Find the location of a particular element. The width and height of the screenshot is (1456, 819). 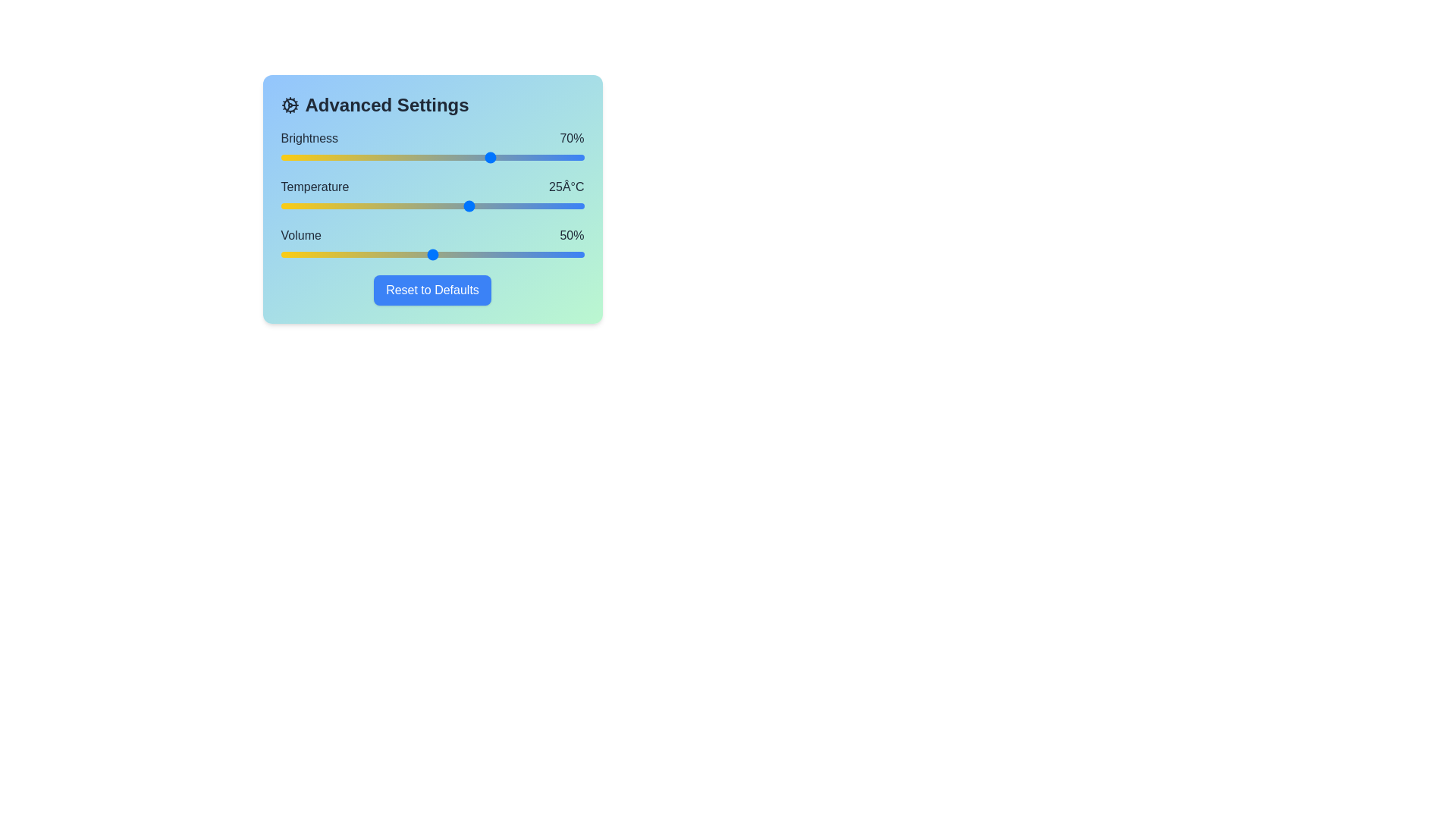

the brightness slider to 41% is located at coordinates (405, 158).